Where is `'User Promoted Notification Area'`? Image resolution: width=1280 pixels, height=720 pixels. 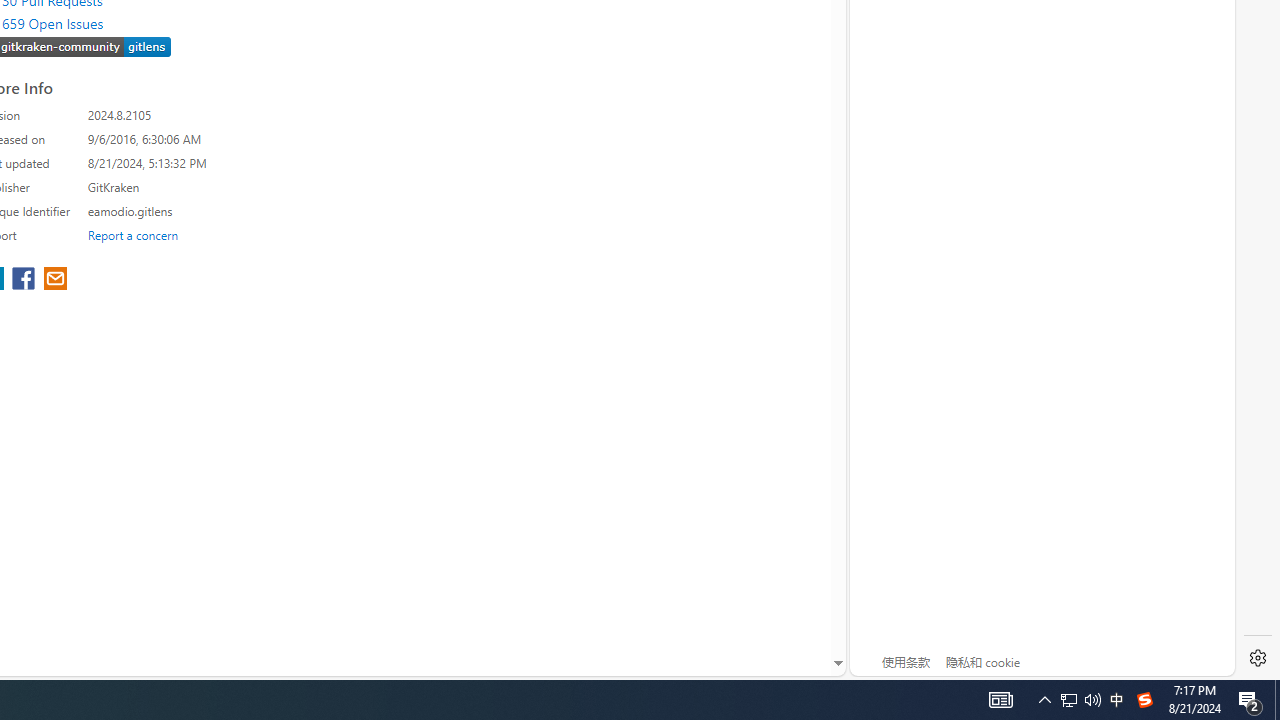 'User Promoted Notification Area' is located at coordinates (1044, 698).